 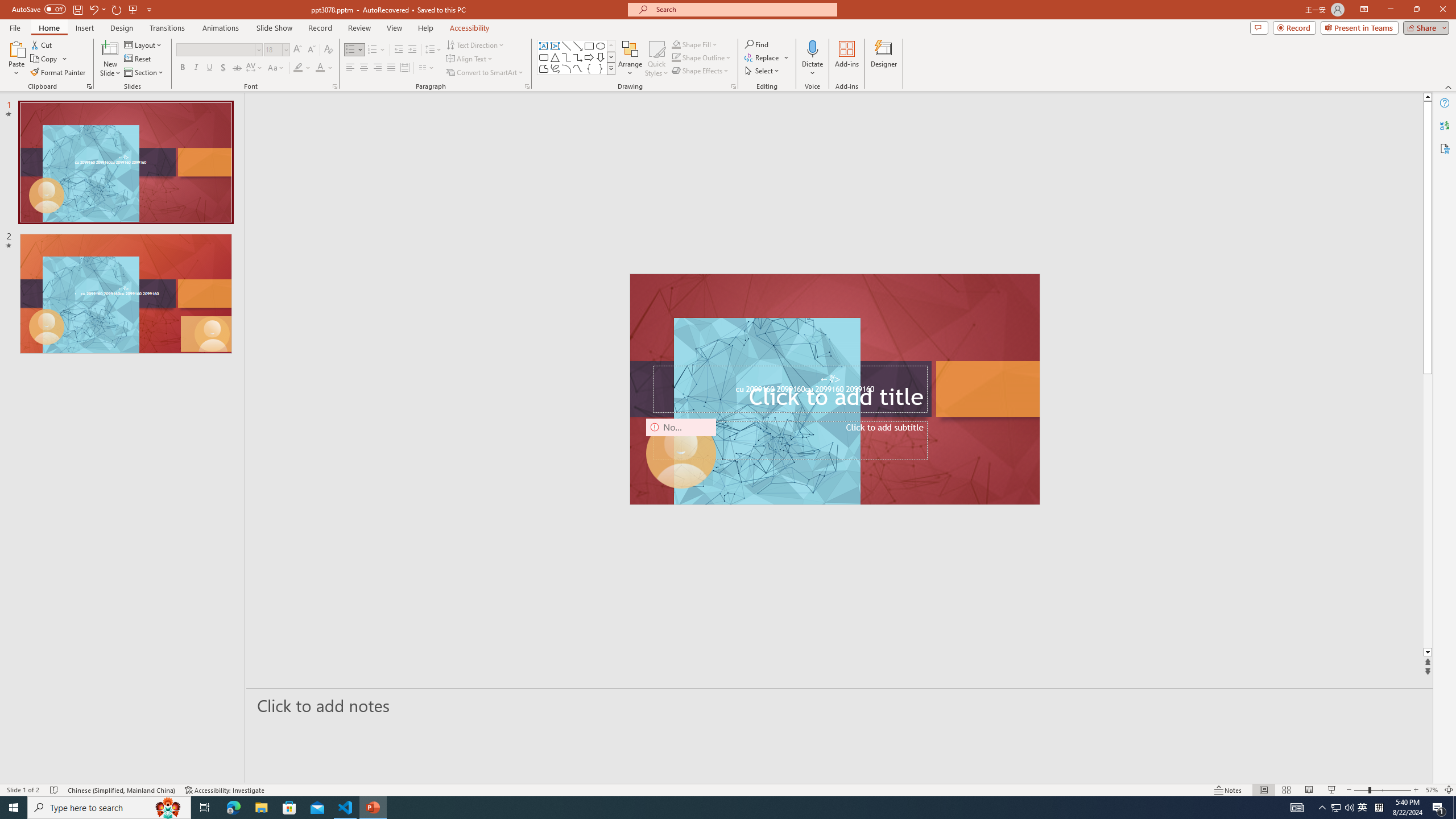 I want to click on 'Find...', so click(x=756, y=44).